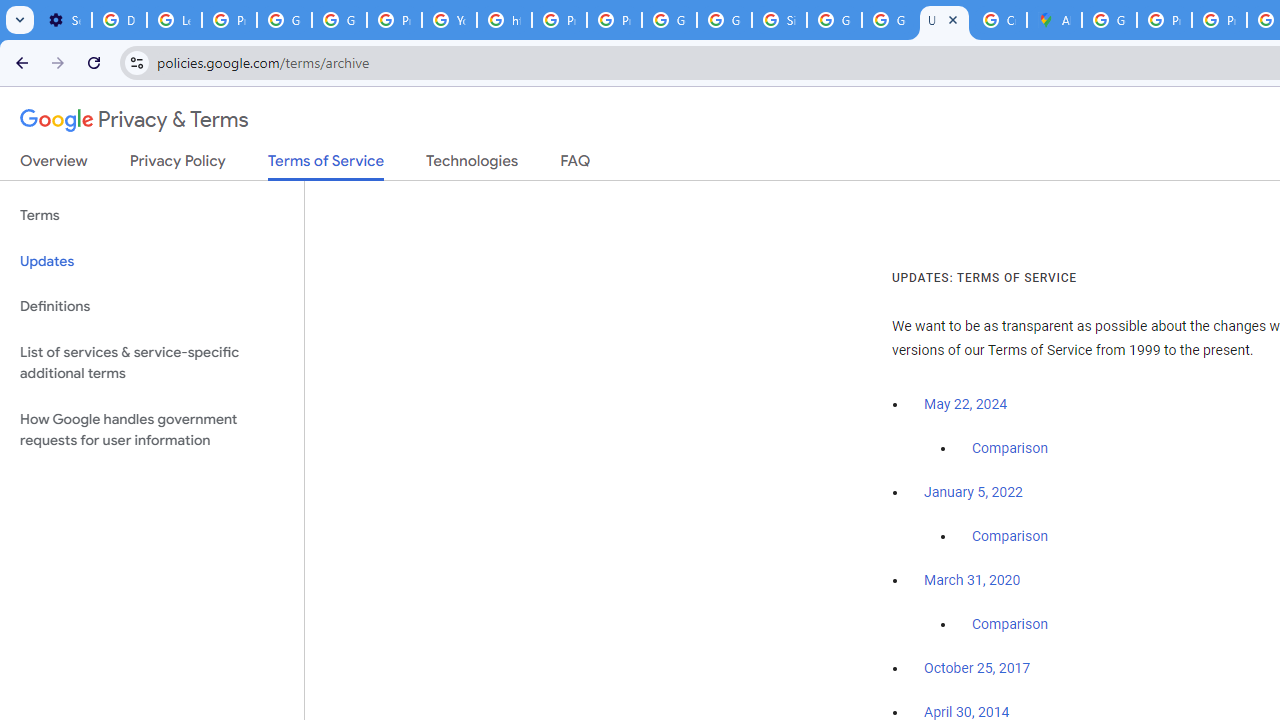 The height and width of the screenshot is (720, 1280). I want to click on 'Delete photos & videos - Computer - Google Photos Help', so click(118, 20).